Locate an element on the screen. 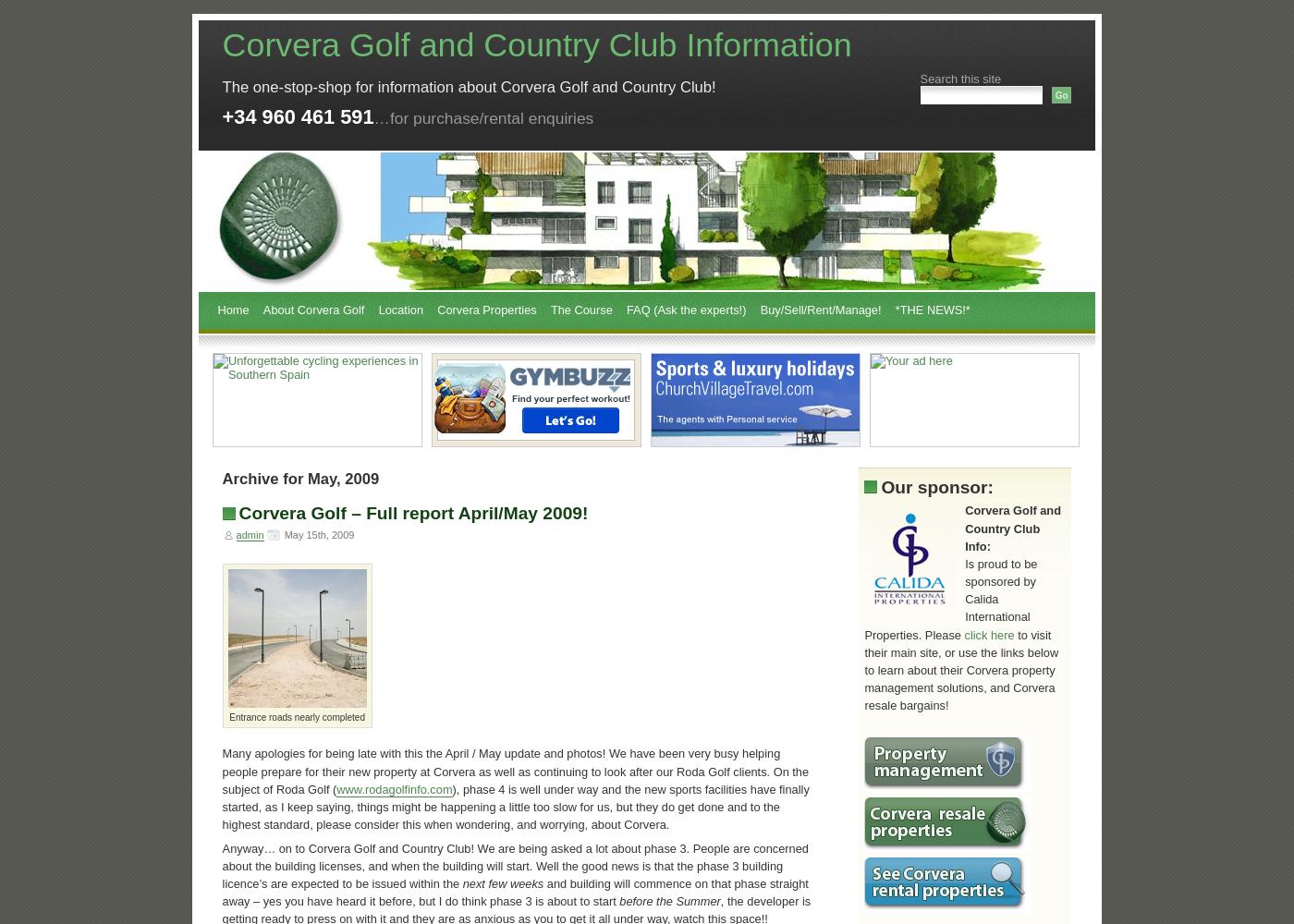 The height and width of the screenshot is (924, 1294). 'Corvera Properties' is located at coordinates (437, 309).